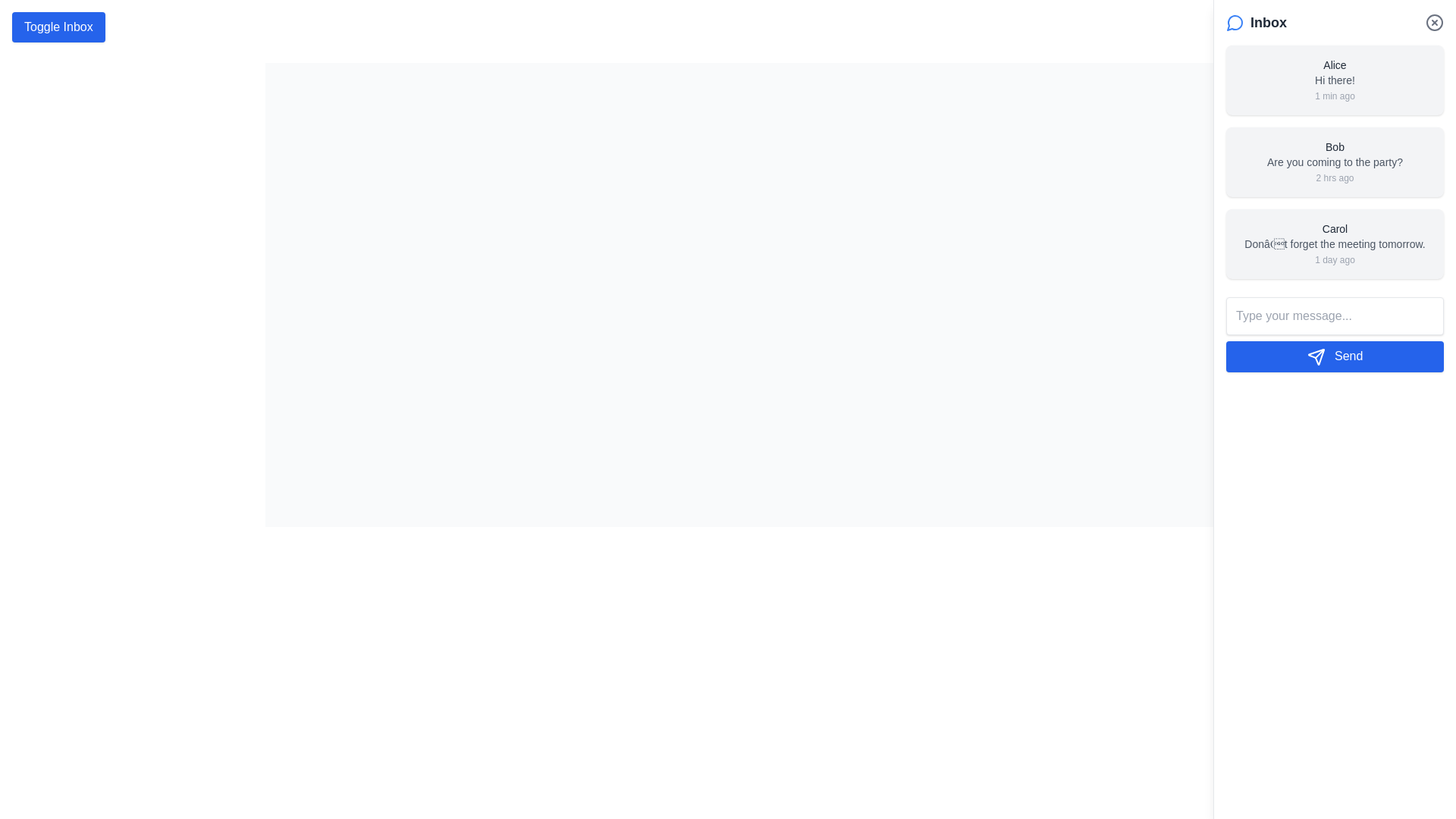  What do you see at coordinates (1335, 162) in the screenshot?
I see `the second message card in the chat or notification interface, which is located below Alice's card and above Carol's card` at bounding box center [1335, 162].